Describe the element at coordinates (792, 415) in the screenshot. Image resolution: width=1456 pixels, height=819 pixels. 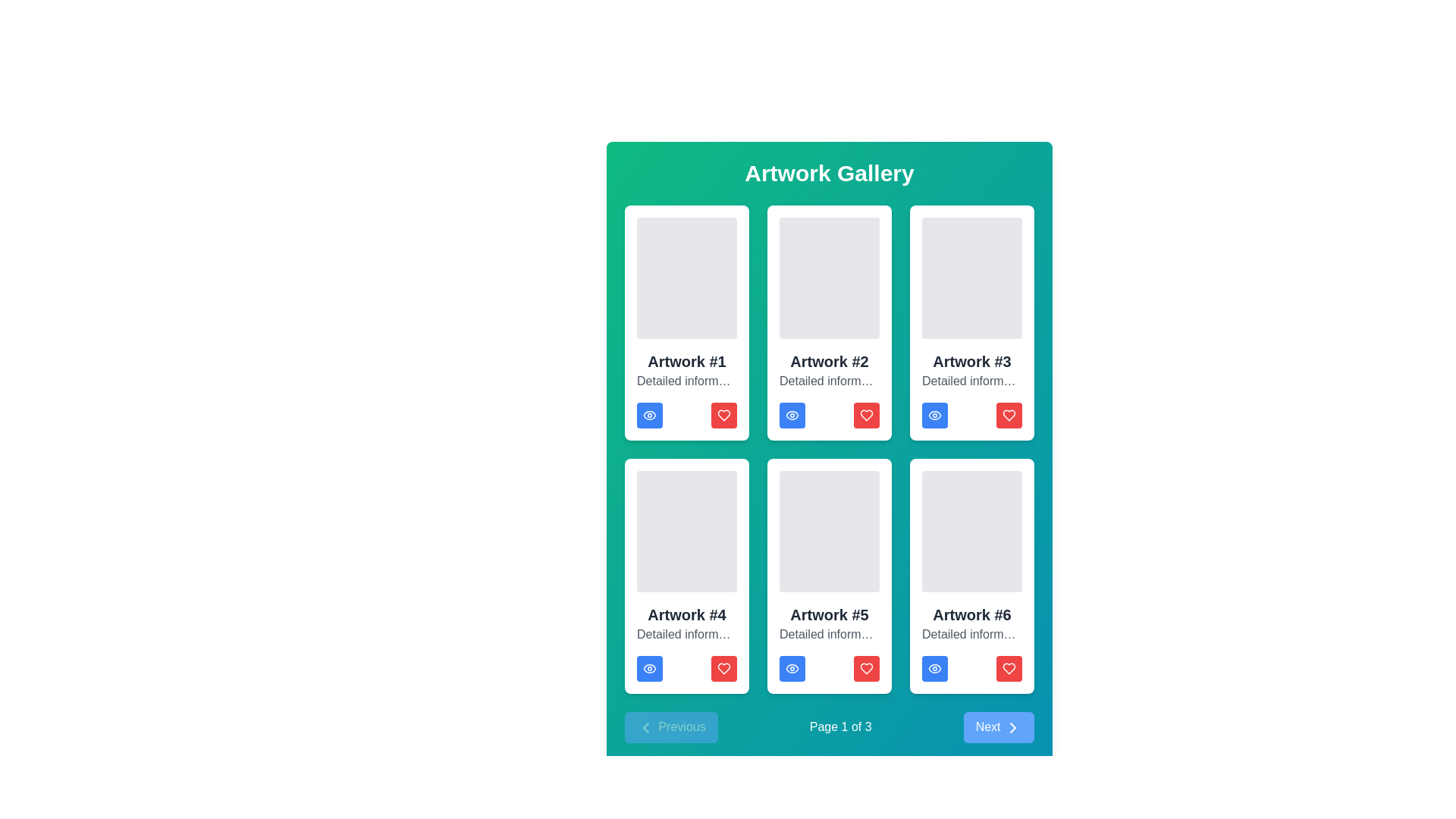
I see `the eye outline component located inside the blue action button below the 'Artwork #2' card in the first row, second column of the artwork gallery grid` at that location.